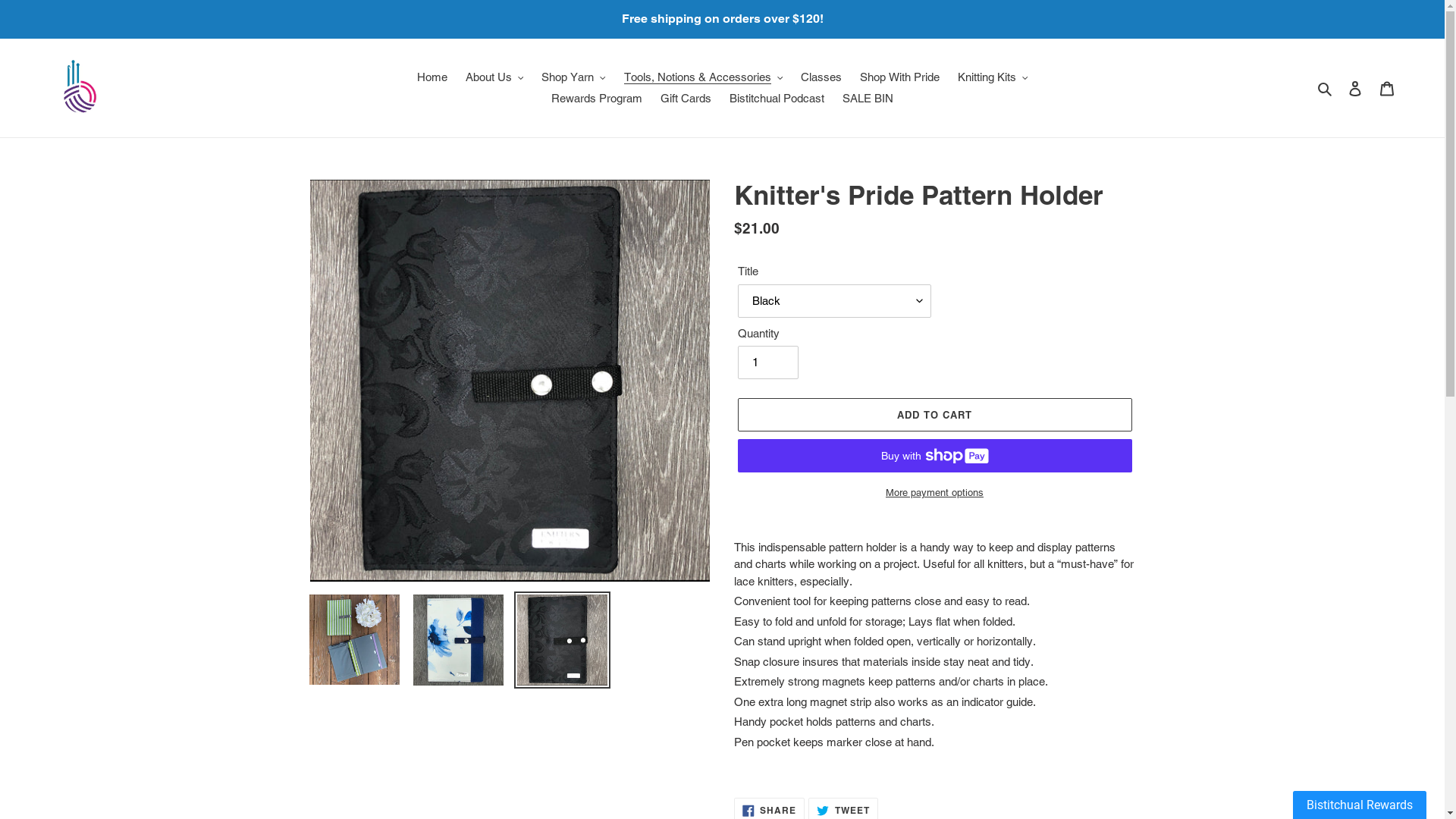  What do you see at coordinates (821, 77) in the screenshot?
I see `'Classes'` at bounding box center [821, 77].